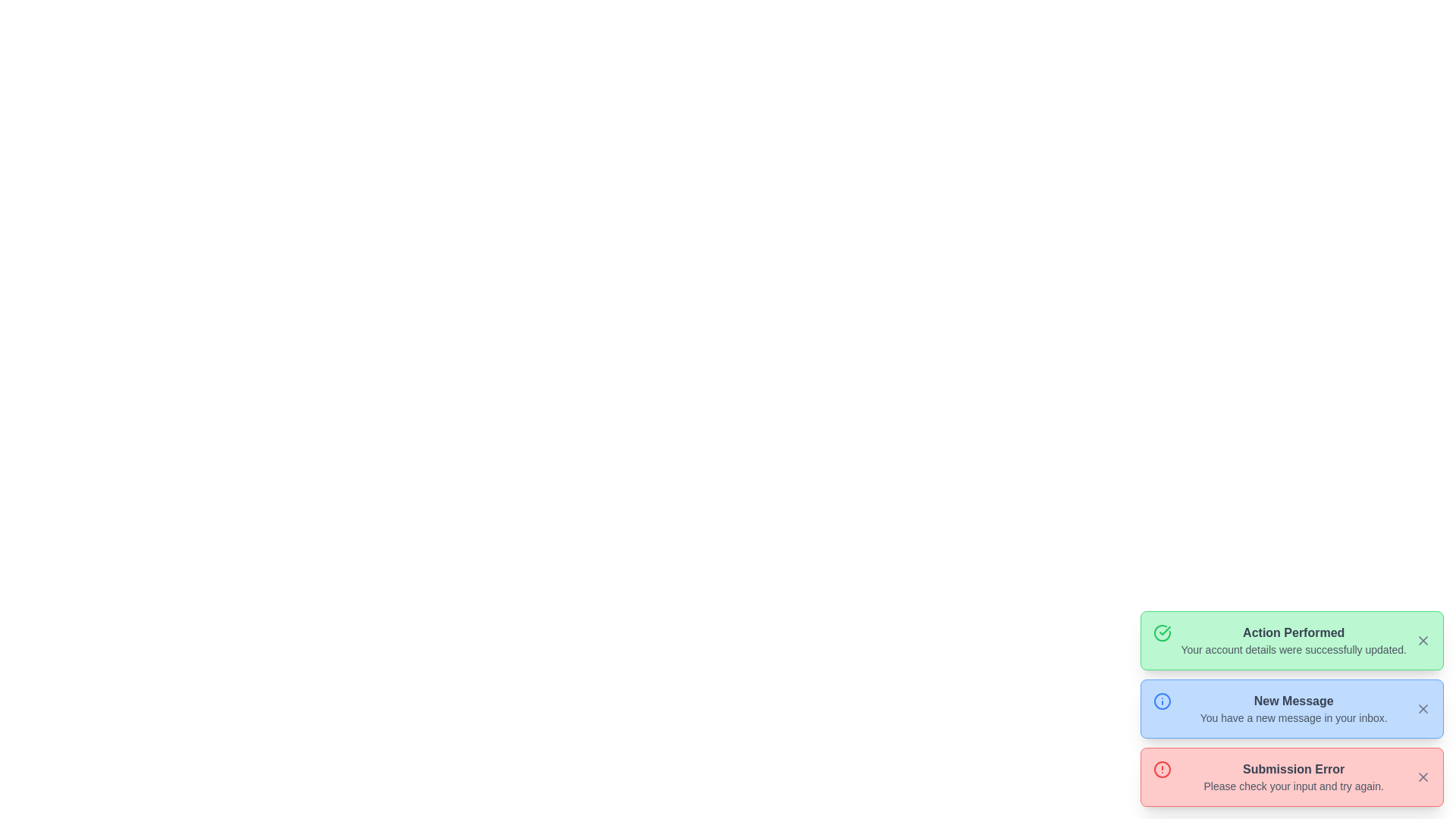  What do you see at coordinates (1291, 708) in the screenshot?
I see `notification text displayed in the informational notification box with the headline 'New Message' and additional information 'You have a new message in your inbox.'` at bounding box center [1291, 708].